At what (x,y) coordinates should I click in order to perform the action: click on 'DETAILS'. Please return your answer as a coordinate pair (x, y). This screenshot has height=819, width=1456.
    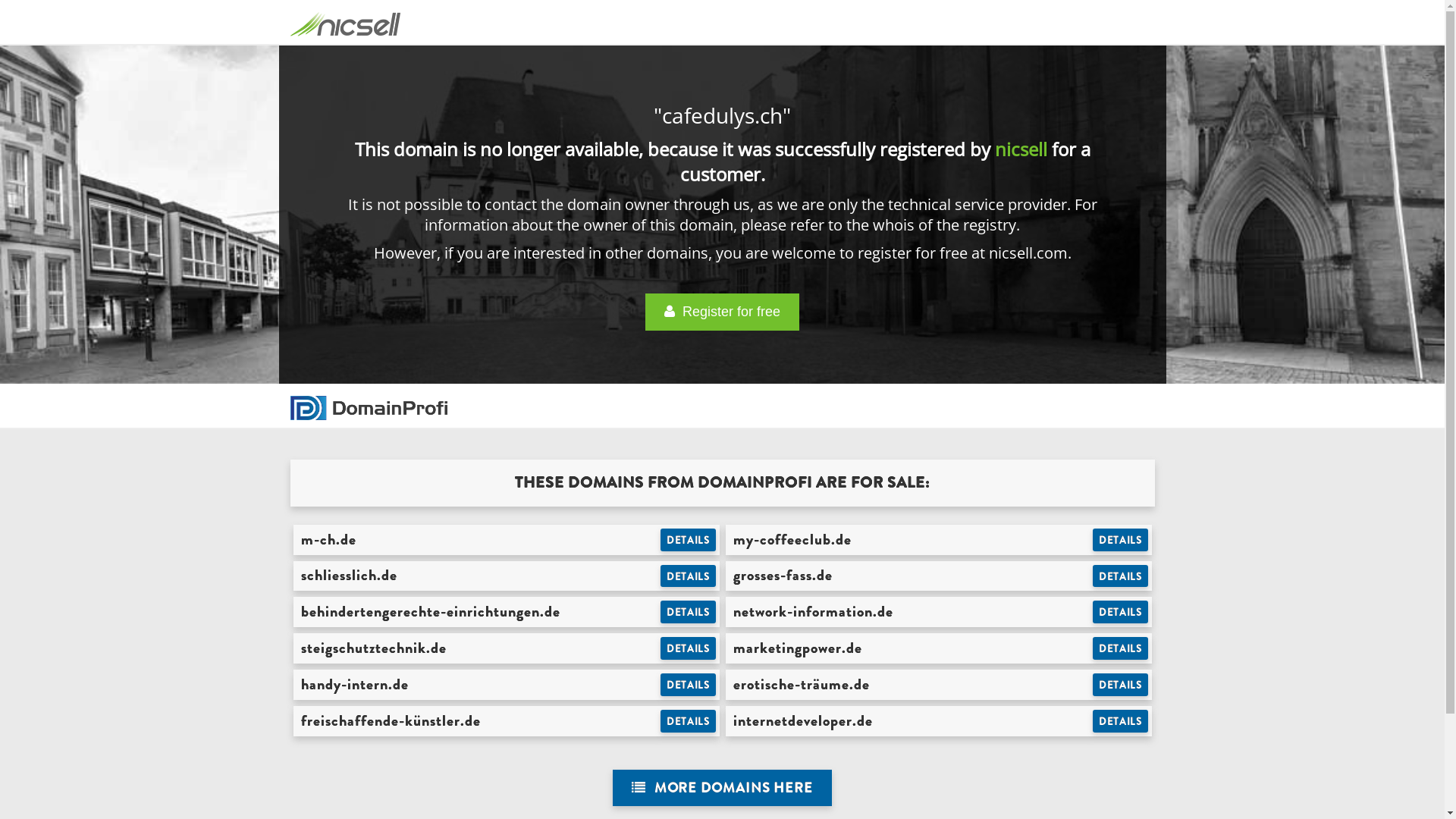
    Looking at the image, I should click on (687, 684).